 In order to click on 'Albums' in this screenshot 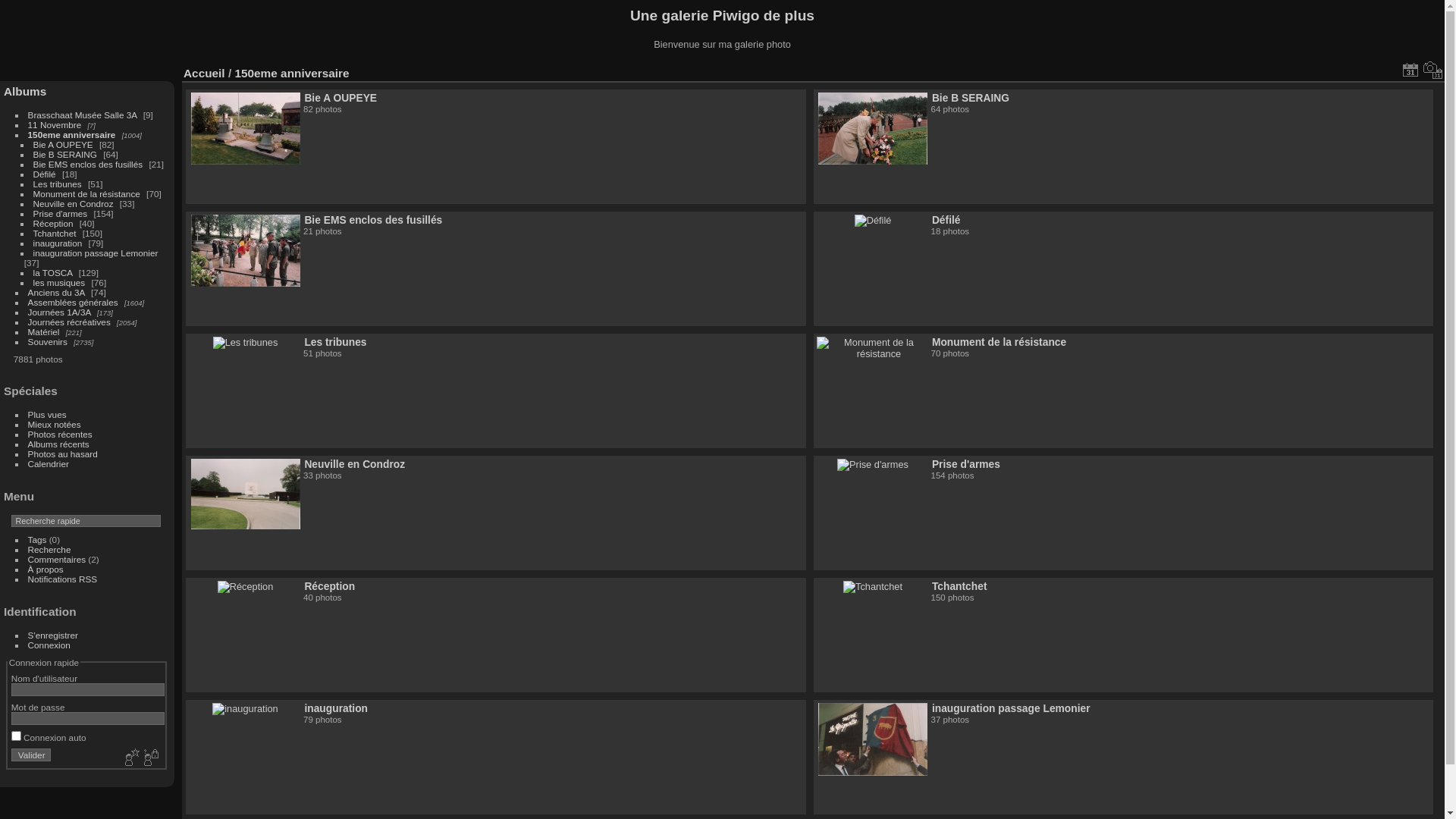, I will do `click(25, 91)`.